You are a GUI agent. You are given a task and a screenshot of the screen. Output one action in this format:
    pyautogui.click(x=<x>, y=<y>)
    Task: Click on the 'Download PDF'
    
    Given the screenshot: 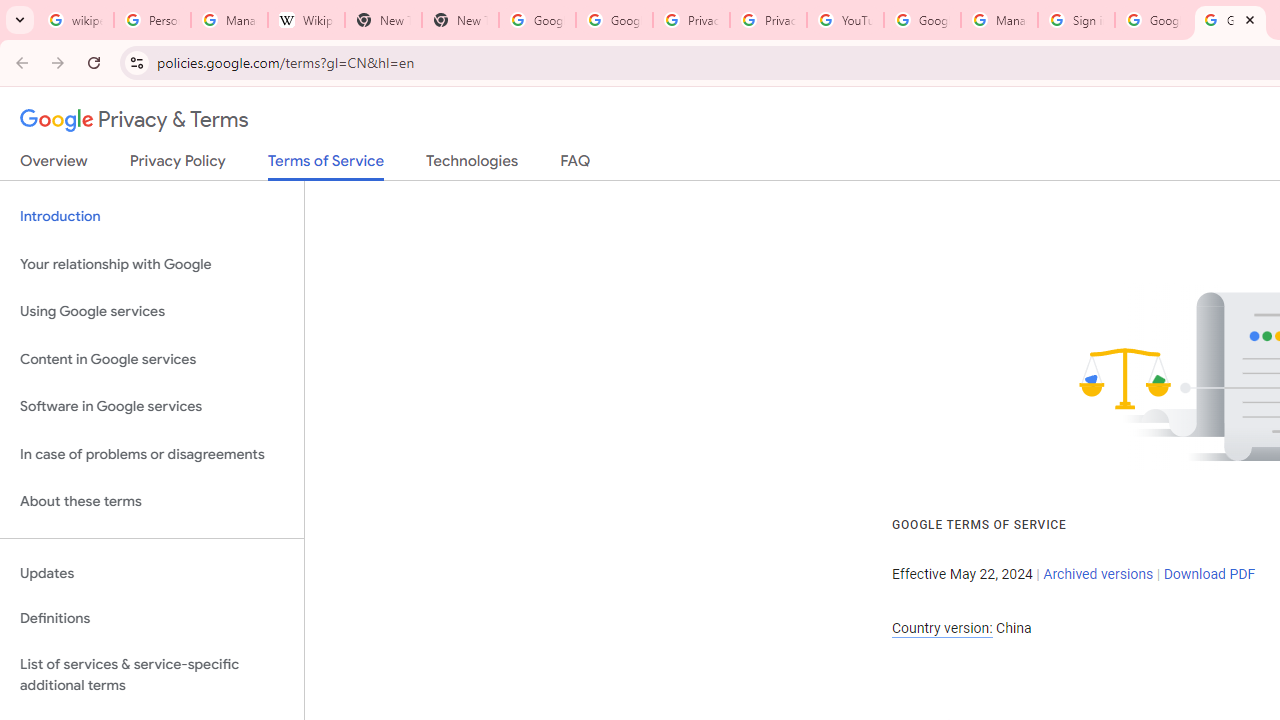 What is the action you would take?
    pyautogui.click(x=1208, y=574)
    